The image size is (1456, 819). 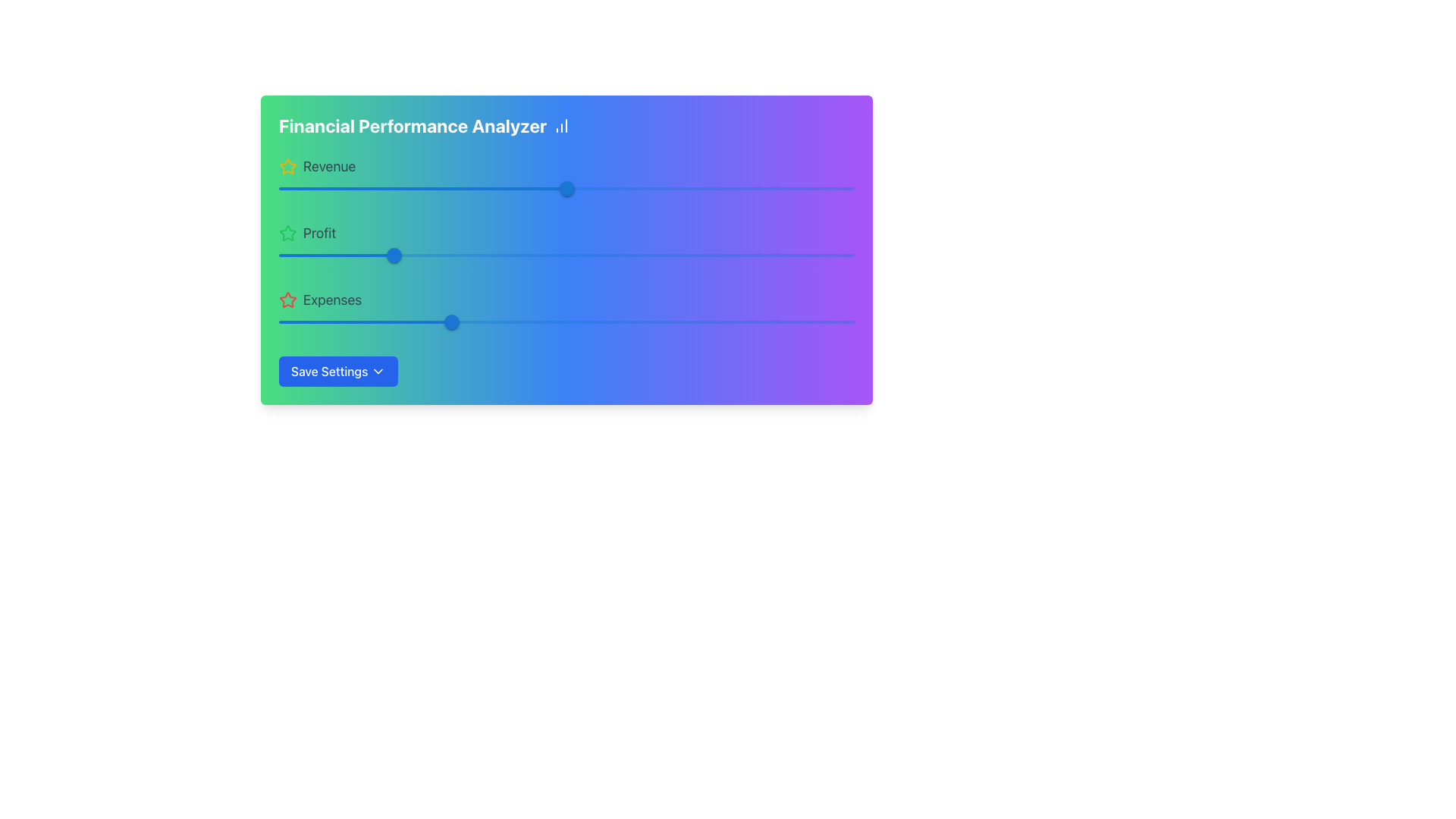 What do you see at coordinates (394, 254) in the screenshot?
I see `slider value` at bounding box center [394, 254].